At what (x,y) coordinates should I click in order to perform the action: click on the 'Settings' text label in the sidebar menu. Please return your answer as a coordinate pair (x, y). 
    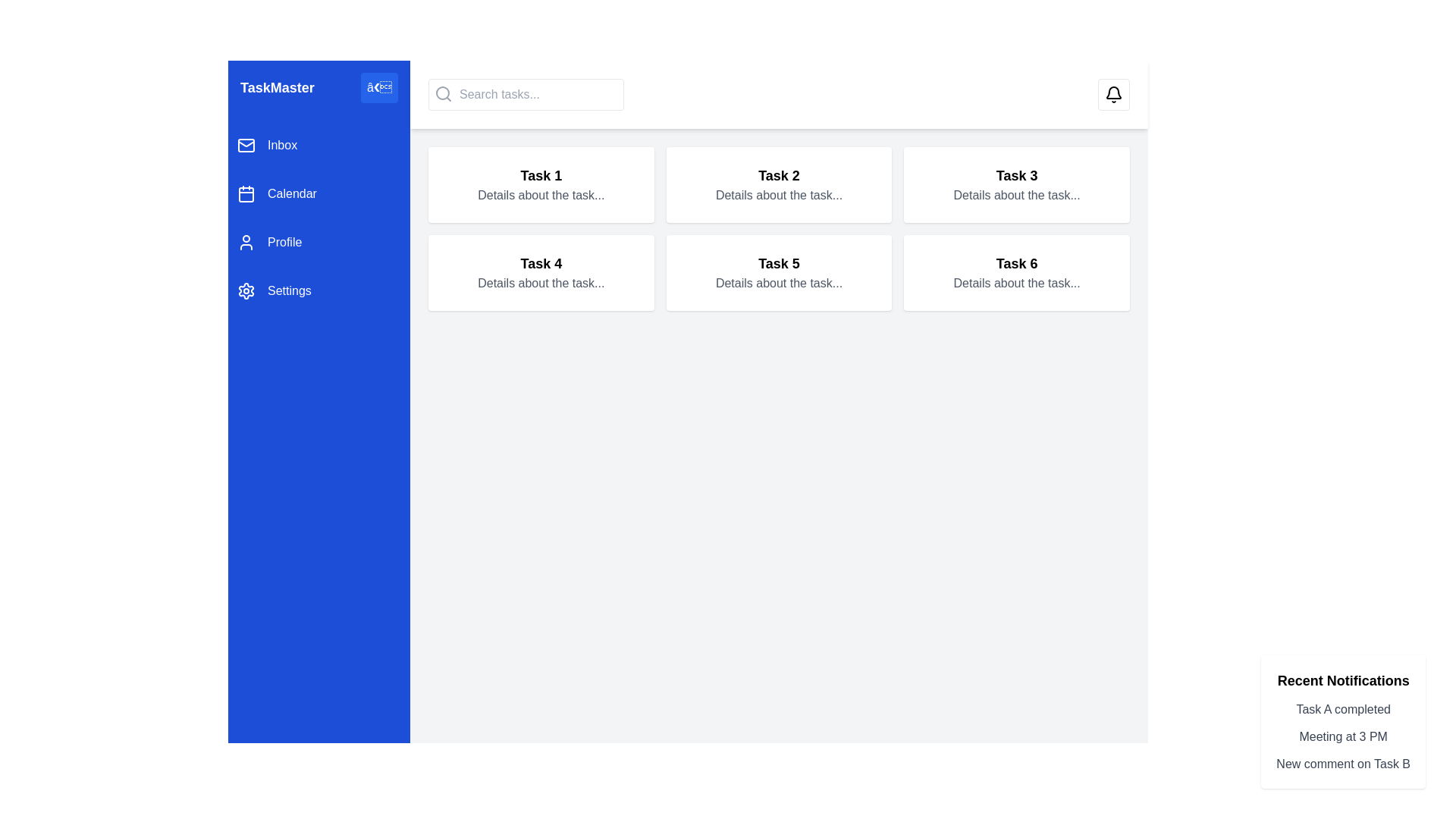
    Looking at the image, I should click on (289, 291).